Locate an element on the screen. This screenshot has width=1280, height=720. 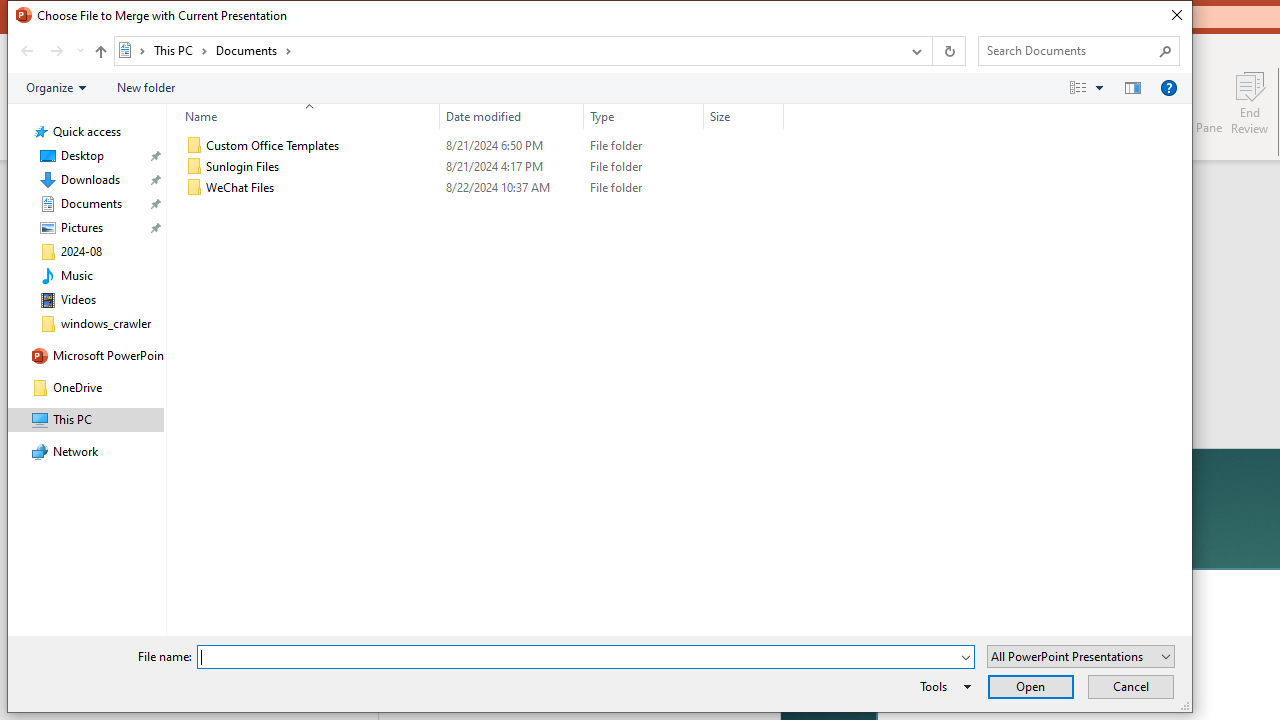
'Sunlogin Files' is located at coordinates (480, 166).